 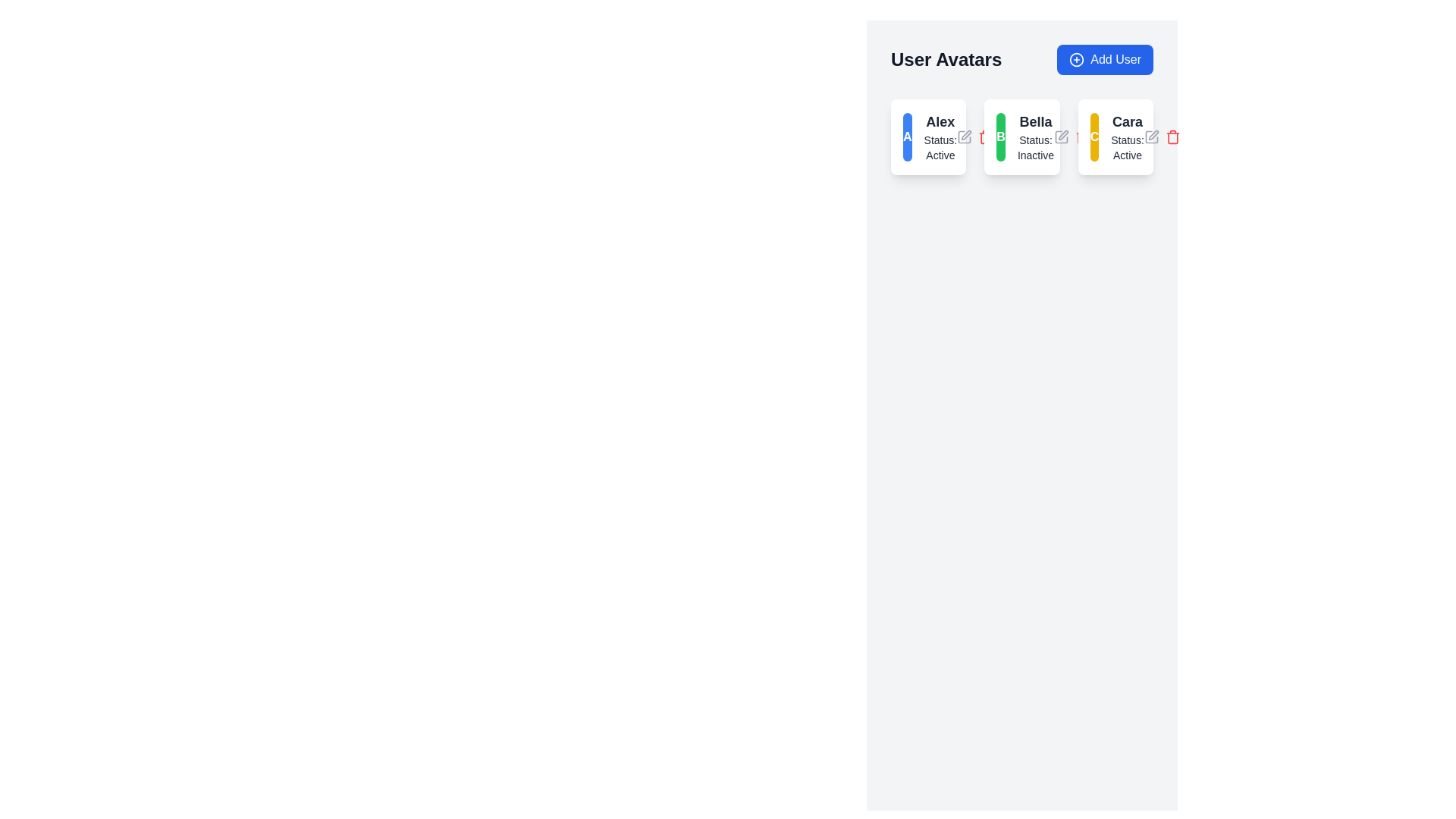 I want to click on the 'Add User' button with a blue background and white text, located on the right side of the header section, to initiate the action of adding a new user, so click(x=1105, y=58).